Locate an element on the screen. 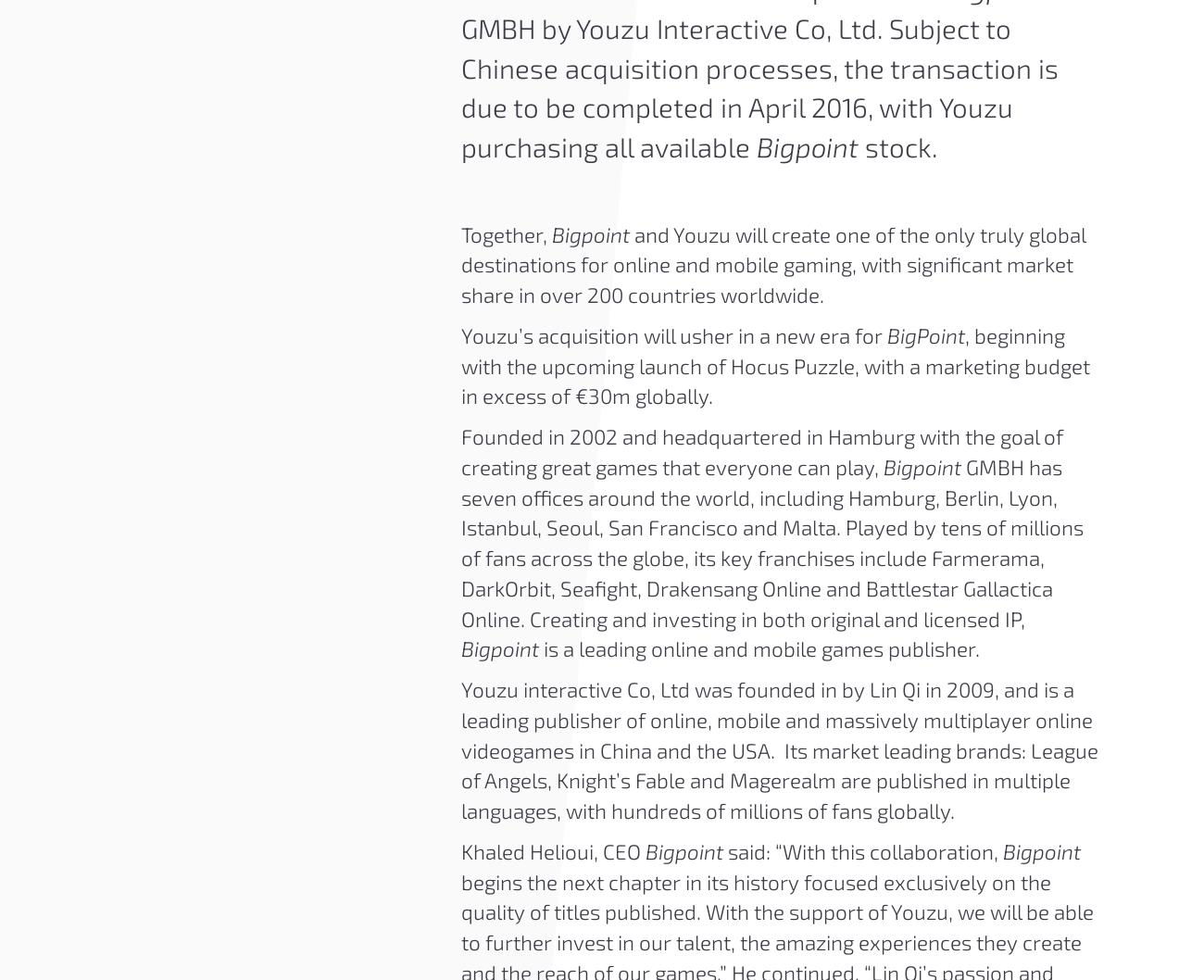 This screenshot has width=1204, height=980. 'said: “With this collaboration,' is located at coordinates (862, 850).